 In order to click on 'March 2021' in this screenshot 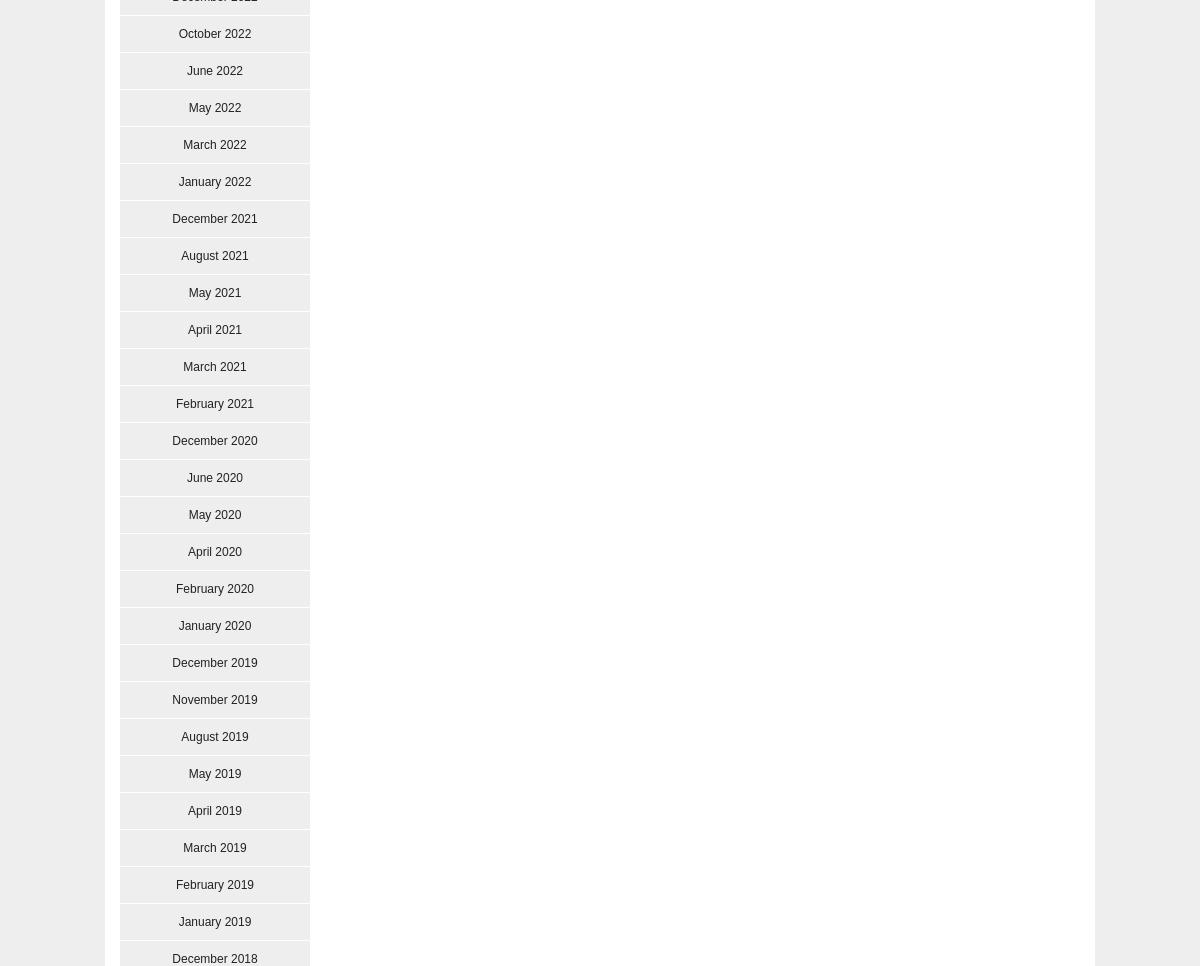, I will do `click(213, 365)`.